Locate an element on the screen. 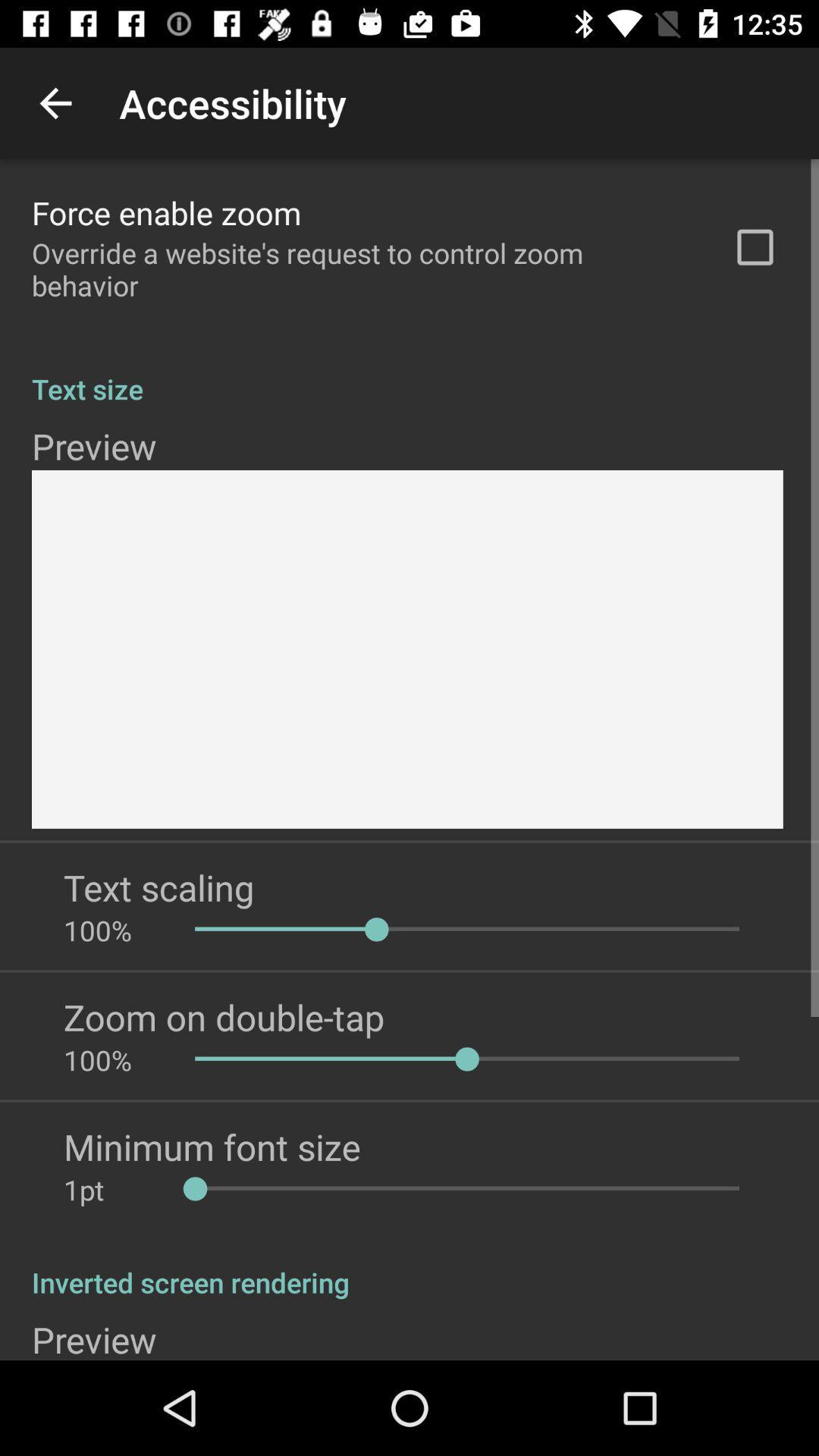 The height and width of the screenshot is (1456, 819). app above the 100% app is located at coordinates (158, 887).